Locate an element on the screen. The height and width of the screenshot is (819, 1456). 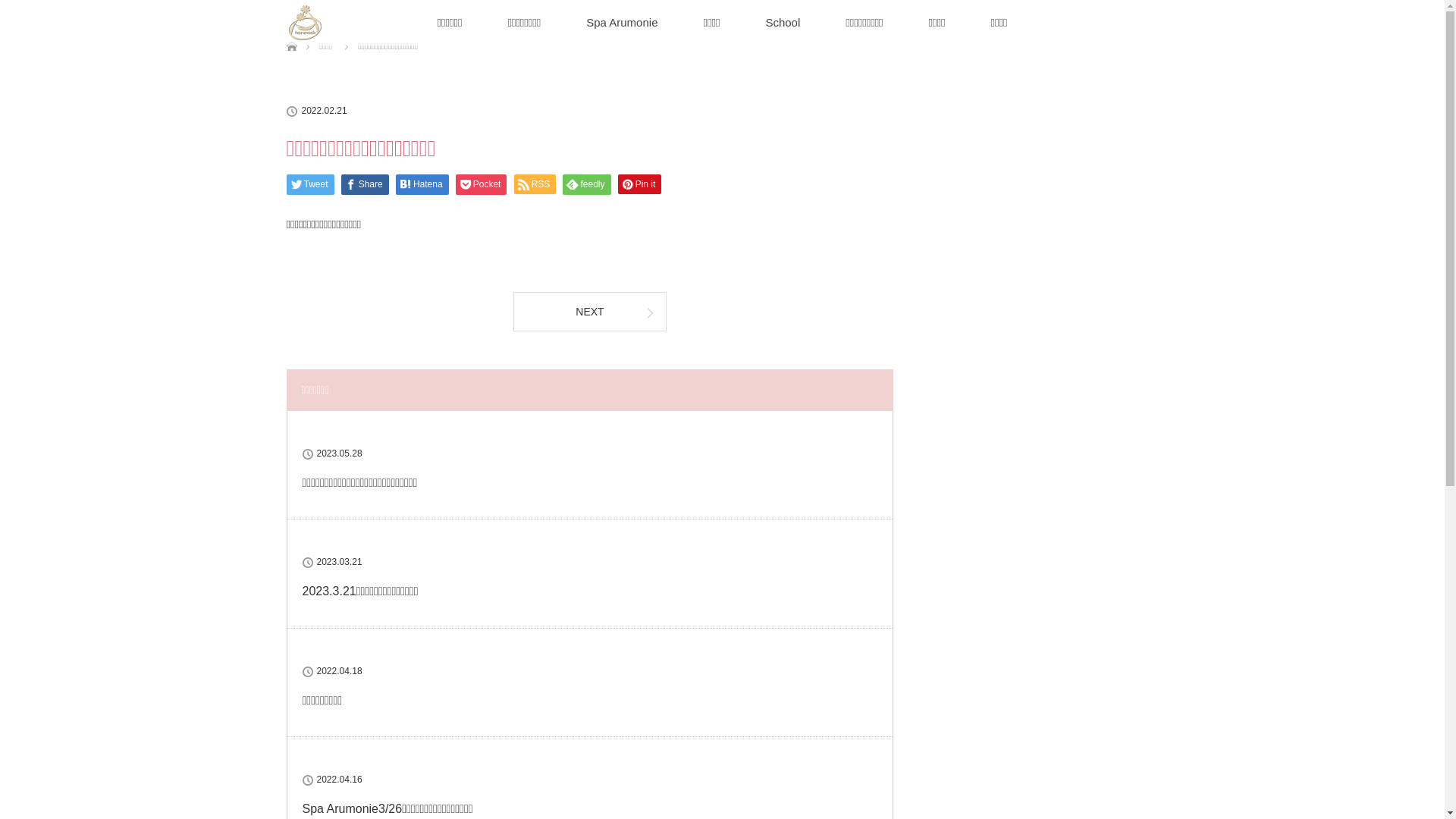
'Tweet' is located at coordinates (309, 184).